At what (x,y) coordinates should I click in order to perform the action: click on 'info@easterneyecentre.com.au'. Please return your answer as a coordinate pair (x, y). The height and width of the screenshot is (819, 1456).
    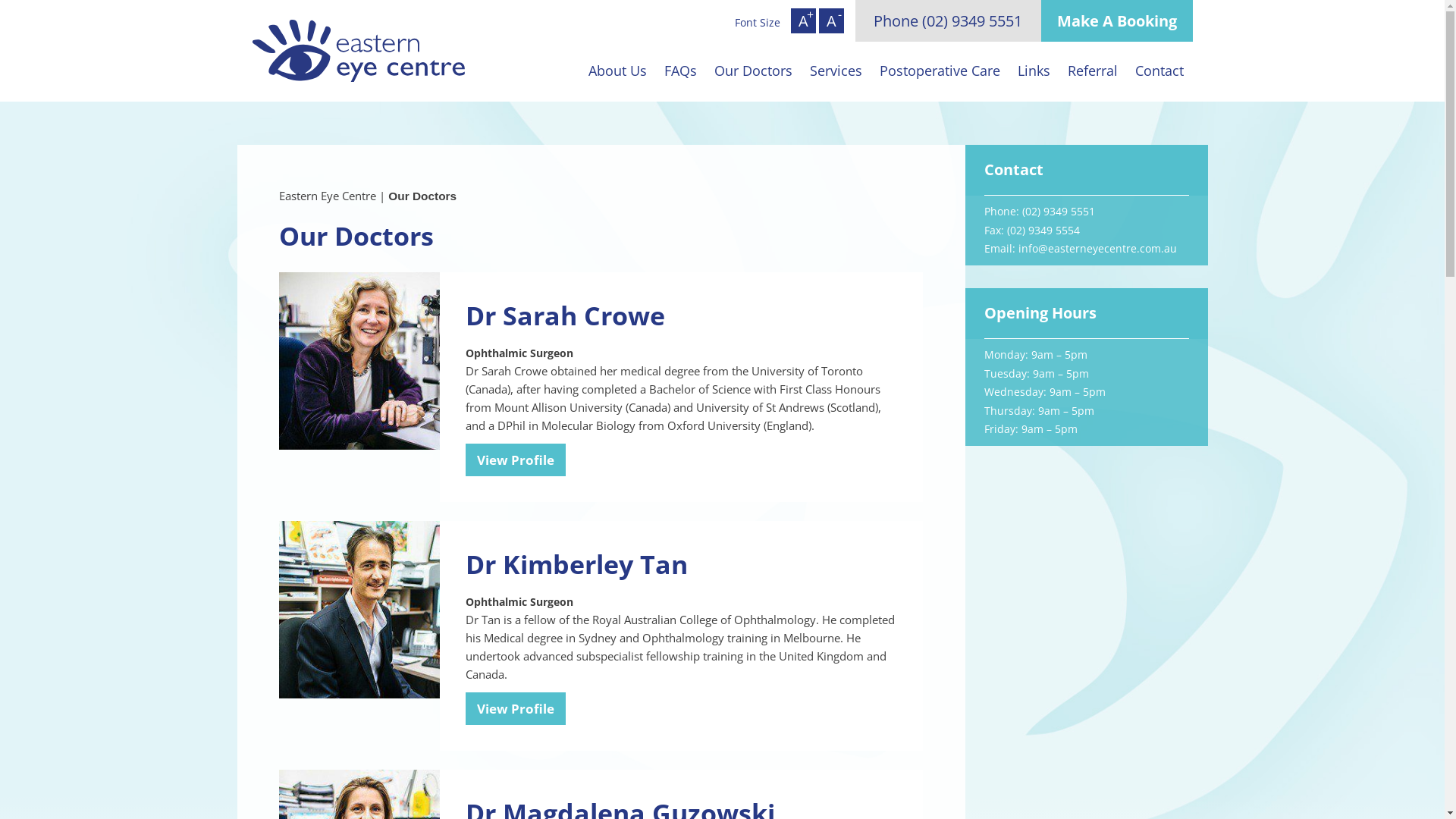
    Looking at the image, I should click on (1097, 247).